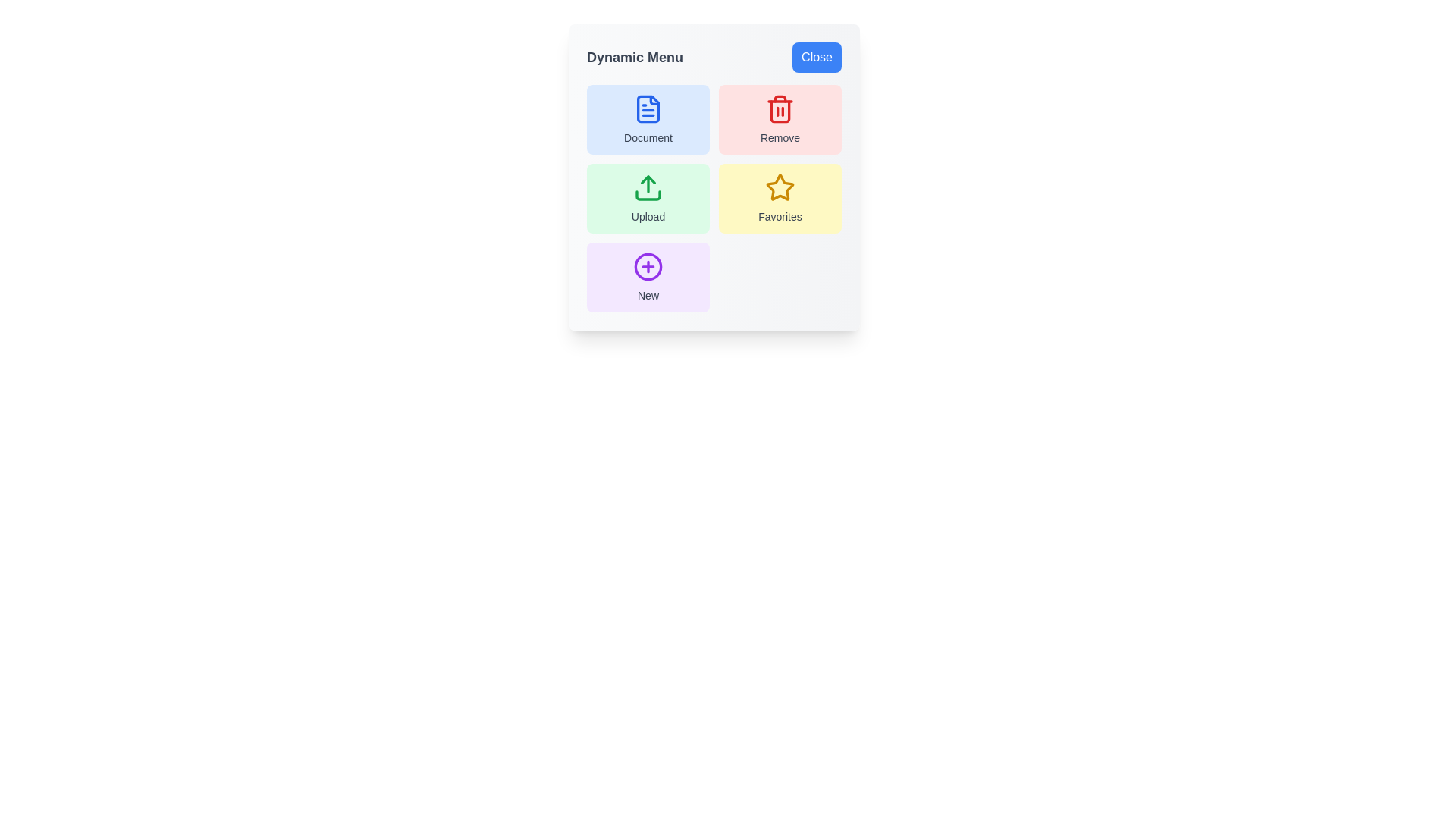  I want to click on the static text label displaying 'Favorites', which is styled in small gray text and located below a yellow star icon within a yellowish button background in the bottom-right corner of the button grid, so click(780, 216).